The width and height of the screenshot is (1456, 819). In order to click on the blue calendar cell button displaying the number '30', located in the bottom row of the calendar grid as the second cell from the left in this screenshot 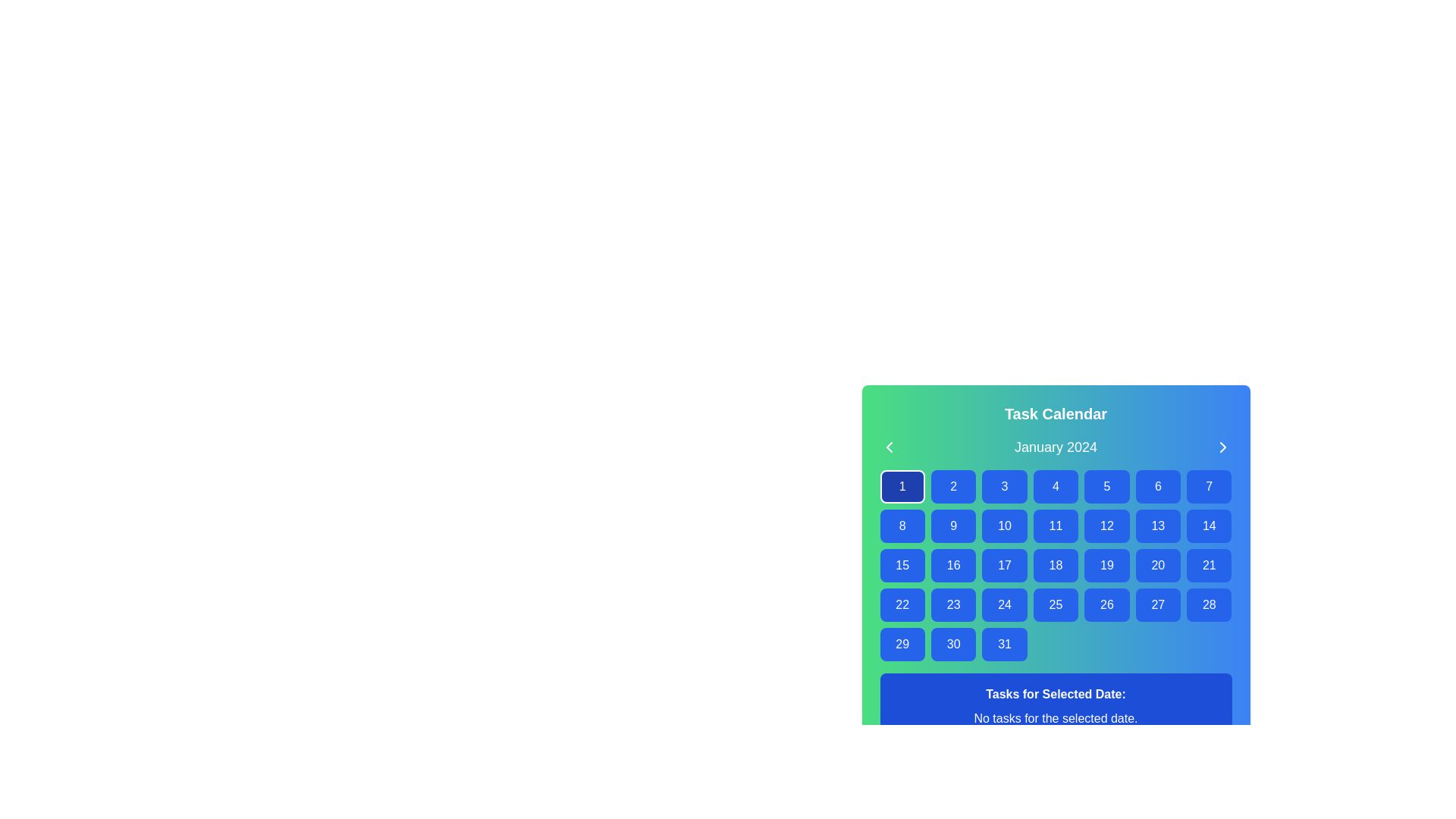, I will do `click(952, 644)`.